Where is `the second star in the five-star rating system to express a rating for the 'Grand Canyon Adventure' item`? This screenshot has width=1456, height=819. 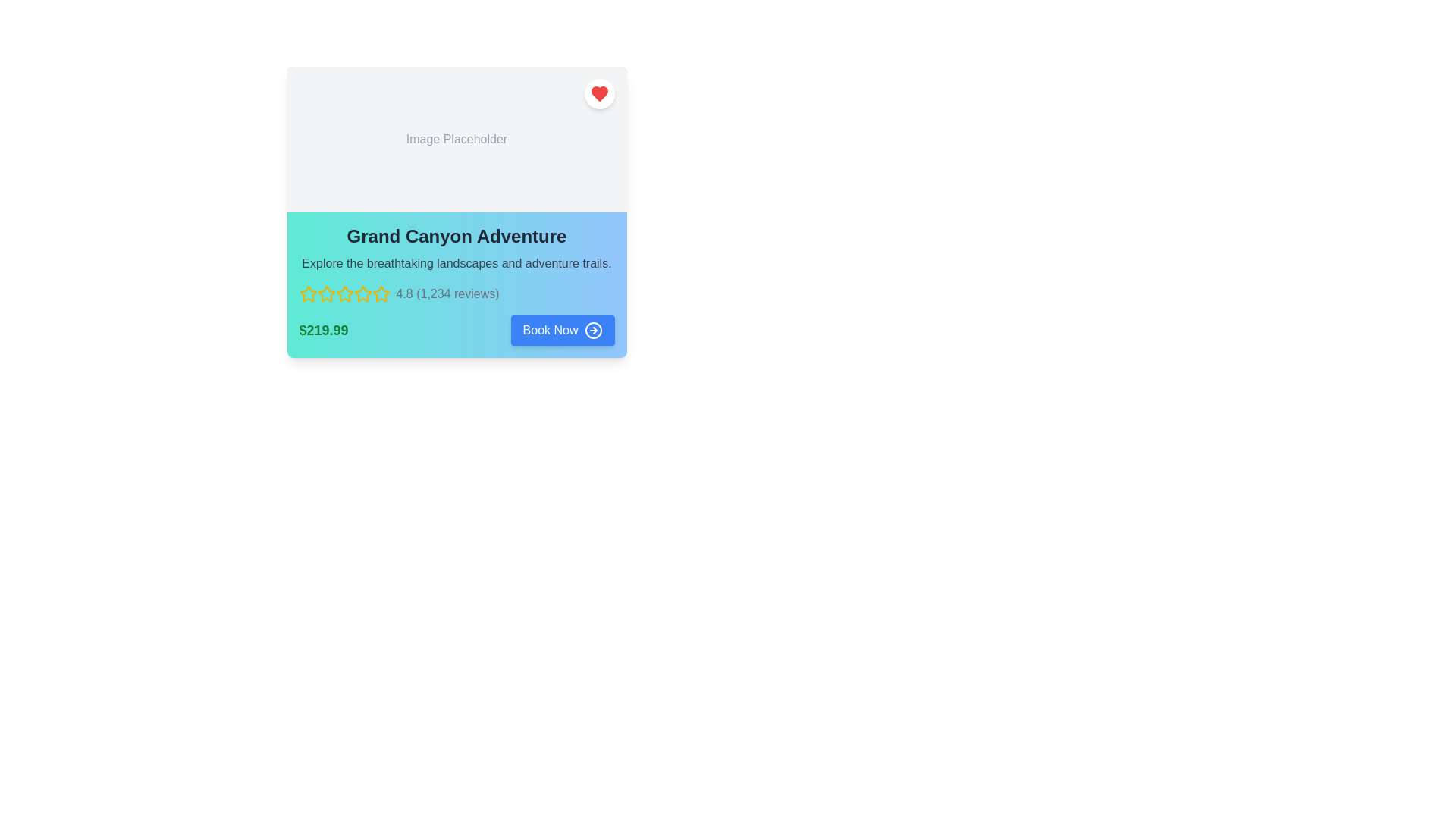 the second star in the five-star rating system to express a rating for the 'Grand Canyon Adventure' item is located at coordinates (344, 293).